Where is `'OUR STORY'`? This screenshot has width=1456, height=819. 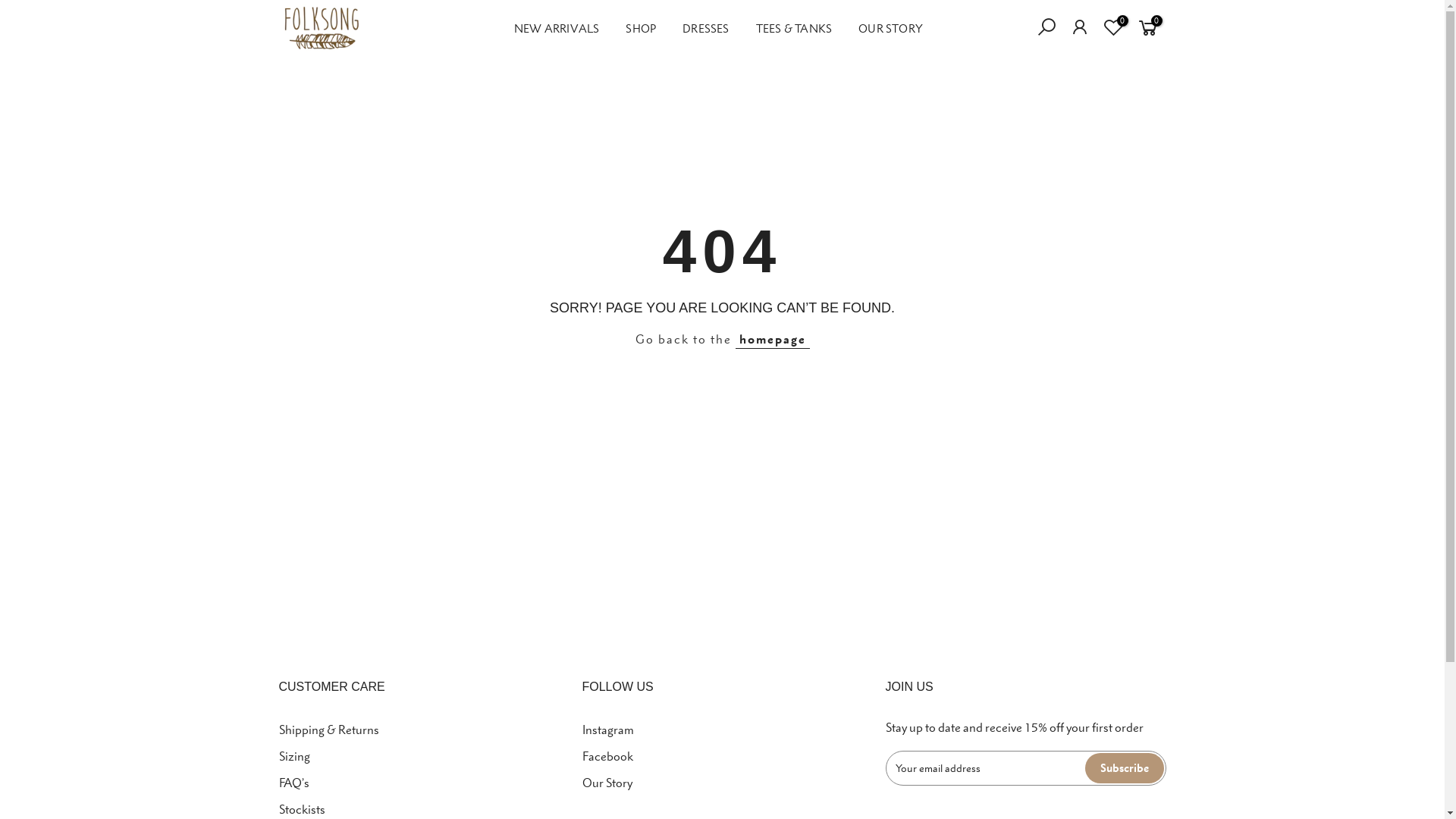 'OUR STORY' is located at coordinates (891, 28).